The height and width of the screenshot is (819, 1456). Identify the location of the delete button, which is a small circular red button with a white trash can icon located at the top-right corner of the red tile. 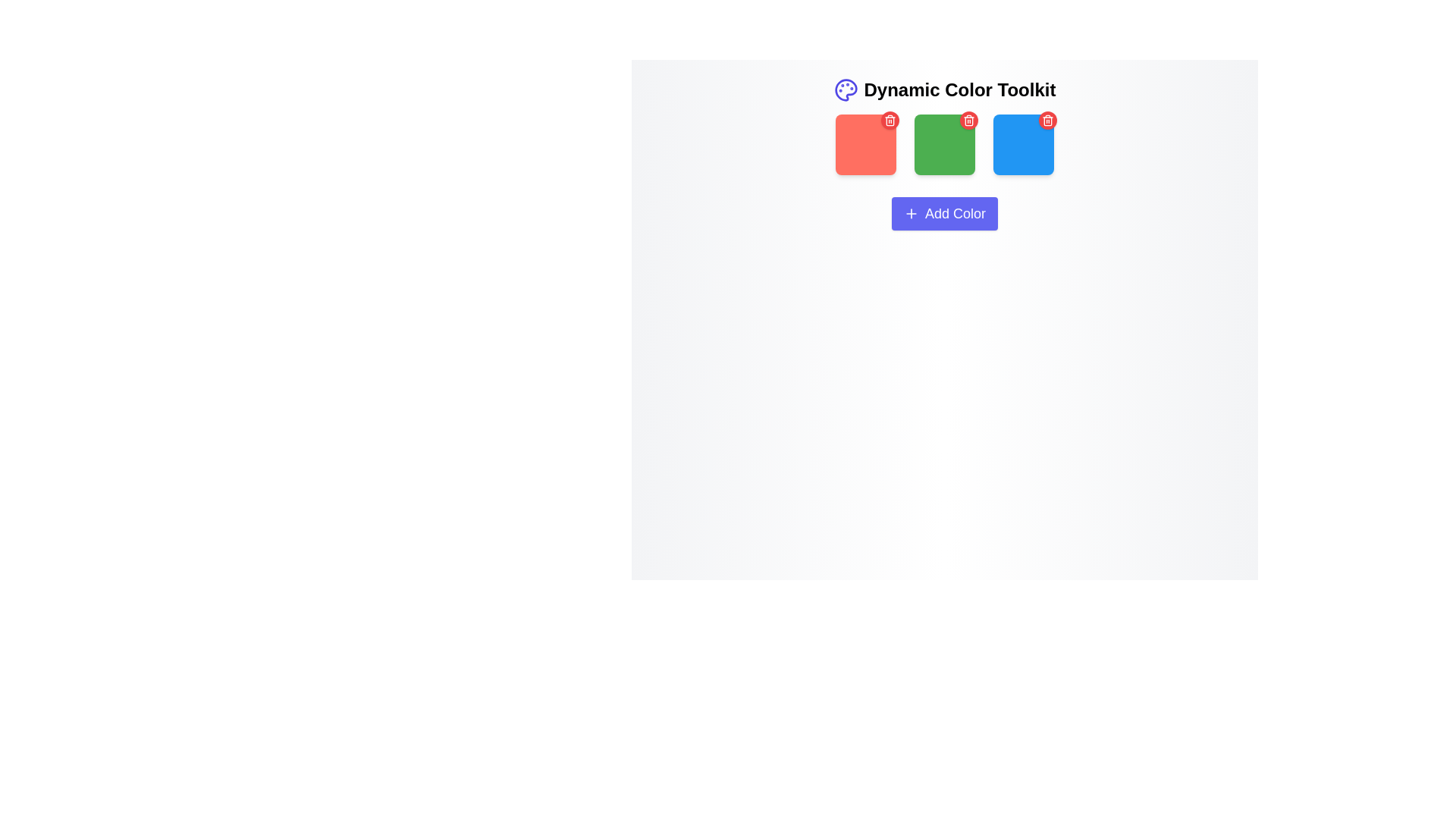
(890, 119).